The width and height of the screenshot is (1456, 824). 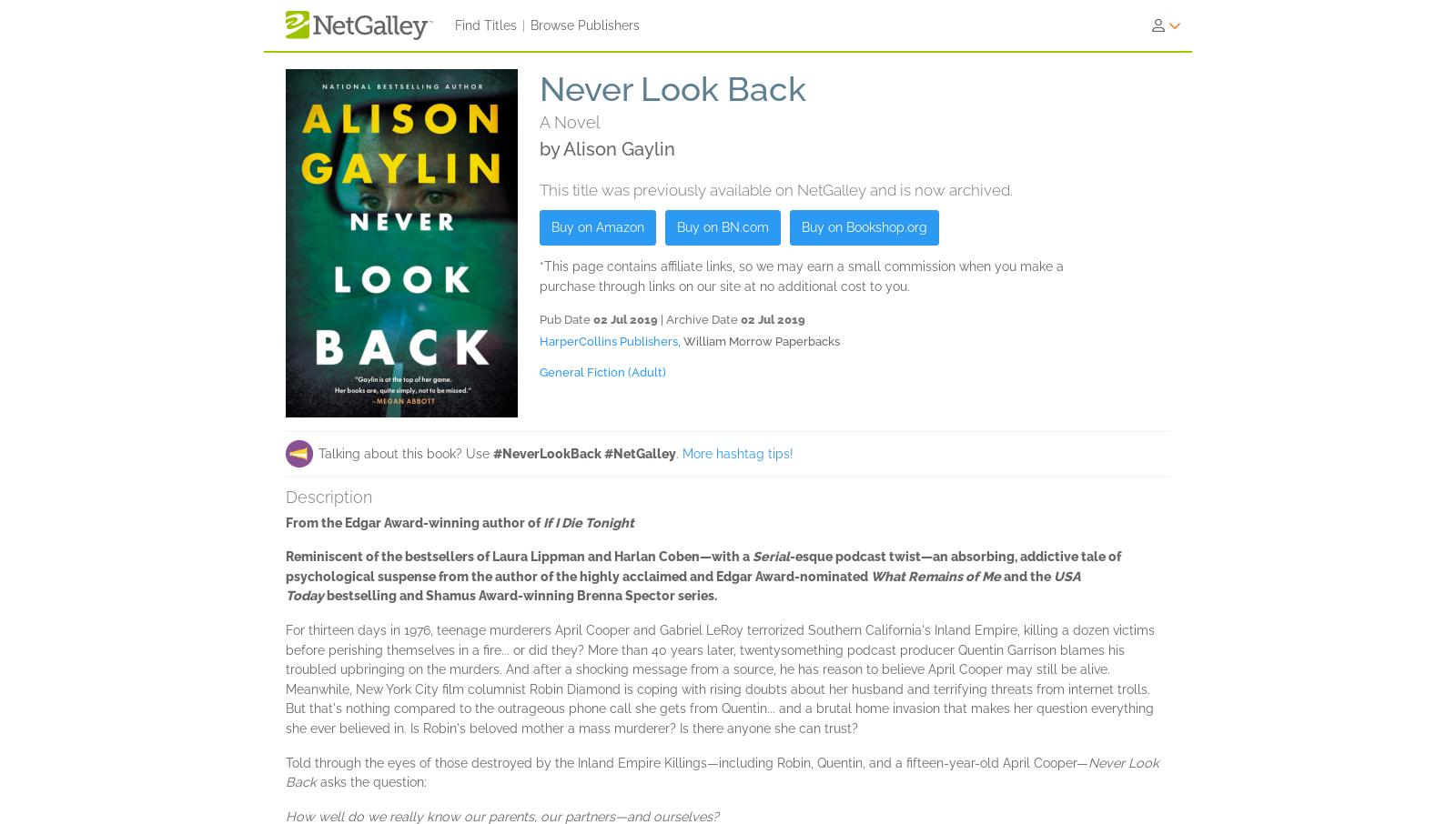 I want to click on 'www.netgalley.de', so click(x=1107, y=816).